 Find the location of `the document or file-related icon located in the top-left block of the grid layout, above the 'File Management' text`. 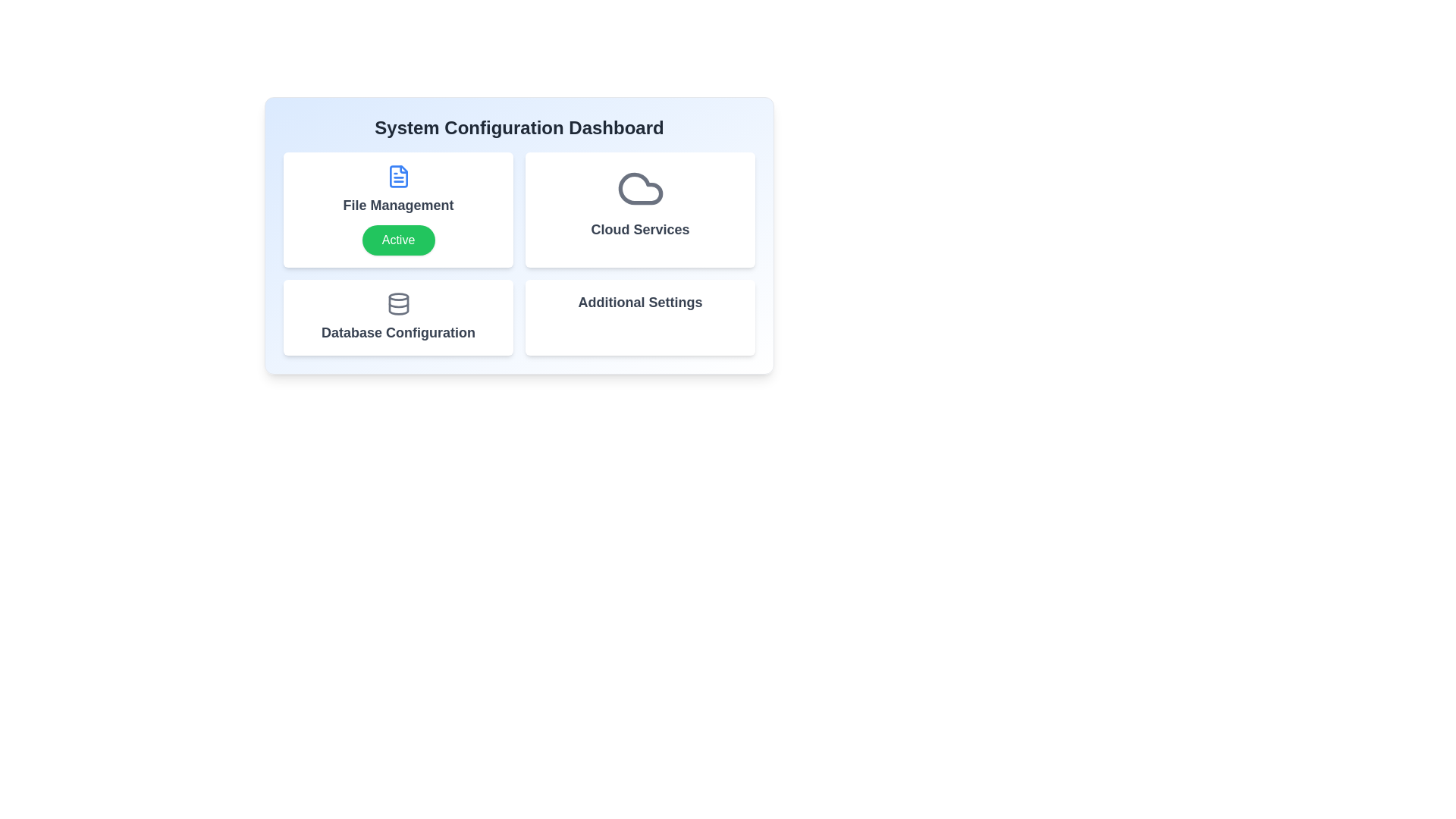

the document or file-related icon located in the top-left block of the grid layout, above the 'File Management' text is located at coordinates (398, 175).